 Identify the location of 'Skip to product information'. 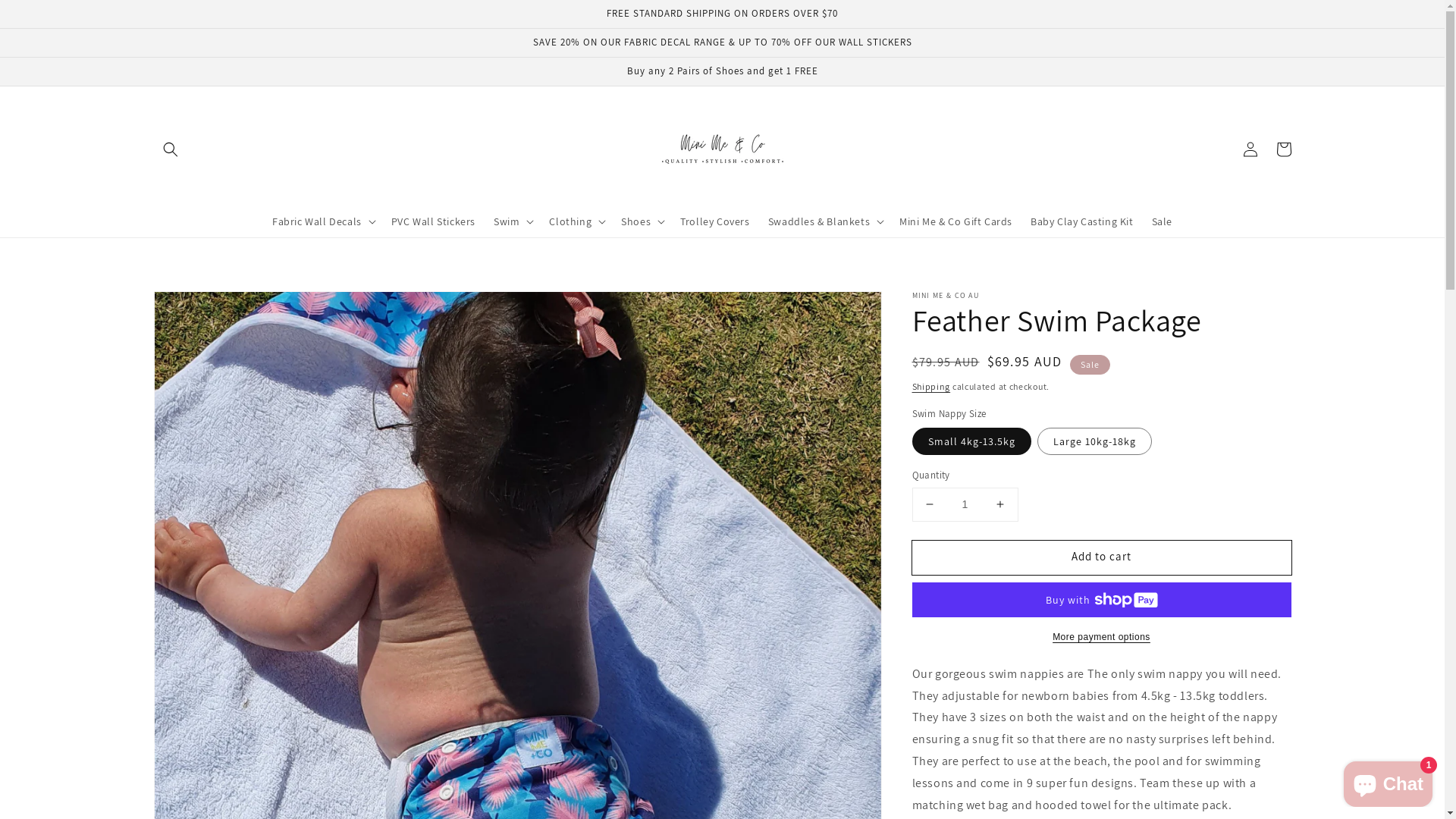
(198, 307).